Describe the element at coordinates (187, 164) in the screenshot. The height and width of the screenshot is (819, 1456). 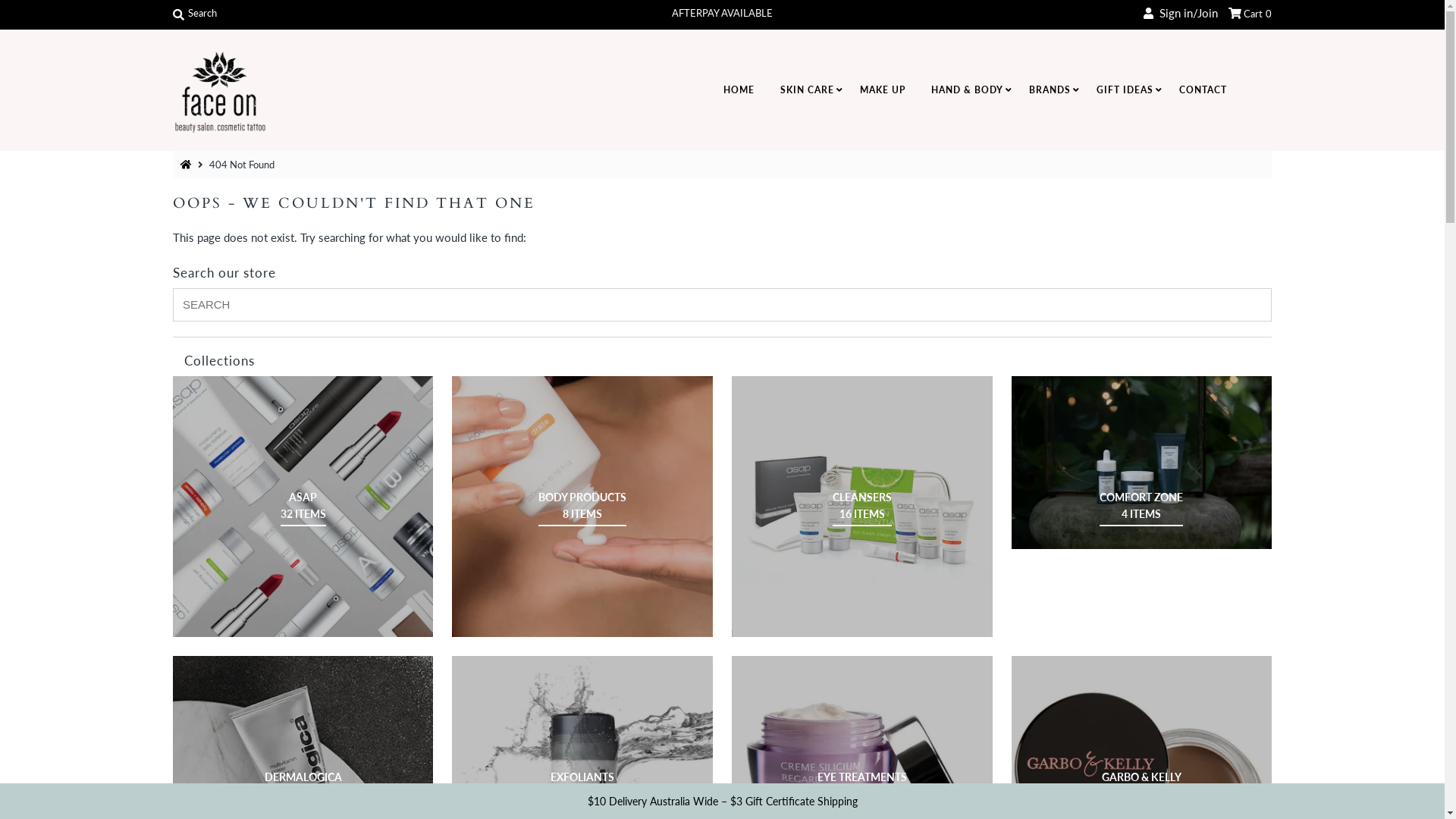
I see `'Back to the frontpage'` at that location.